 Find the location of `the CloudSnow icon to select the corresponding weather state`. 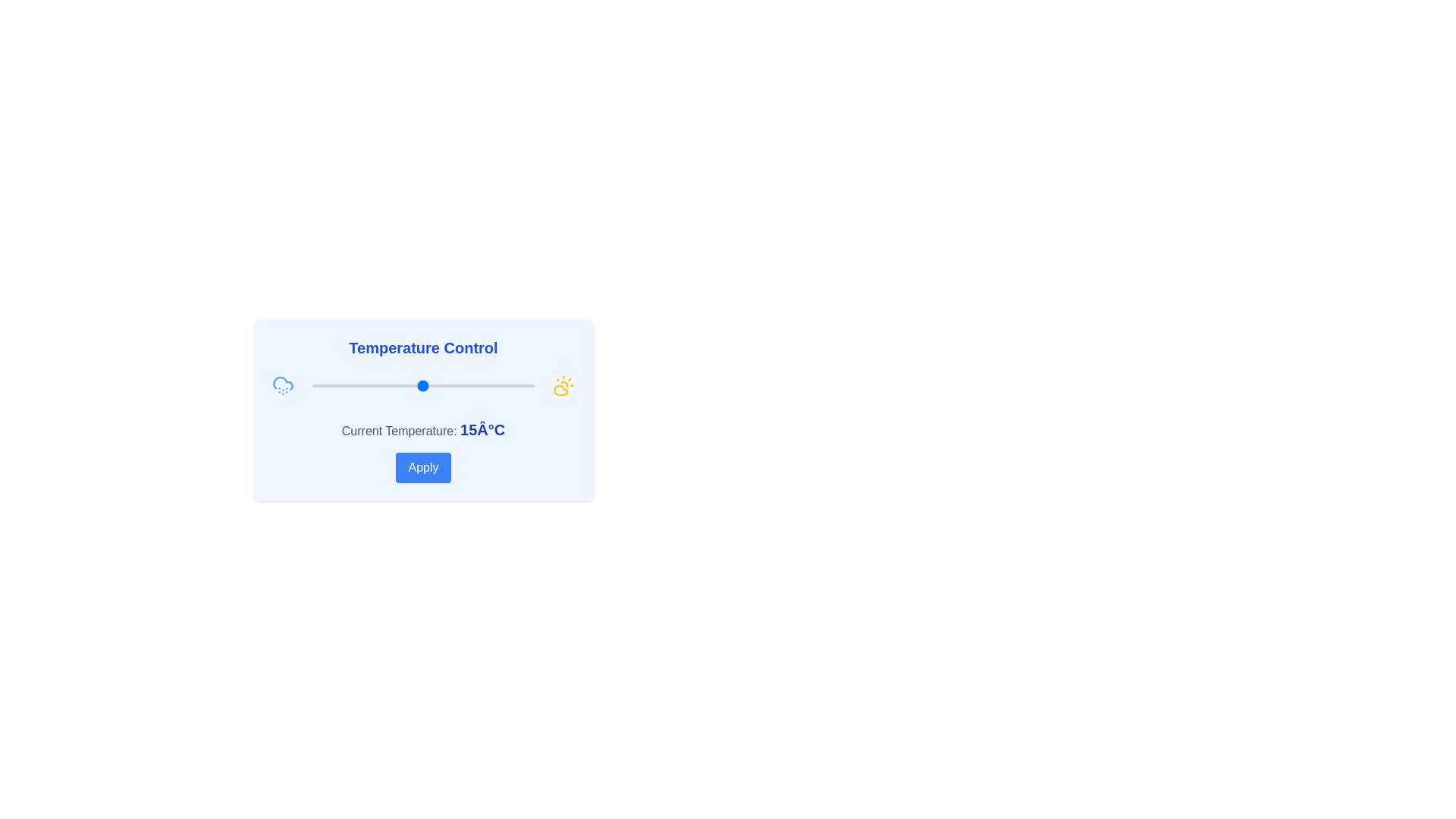

the CloudSnow icon to select the corresponding weather state is located at coordinates (283, 385).